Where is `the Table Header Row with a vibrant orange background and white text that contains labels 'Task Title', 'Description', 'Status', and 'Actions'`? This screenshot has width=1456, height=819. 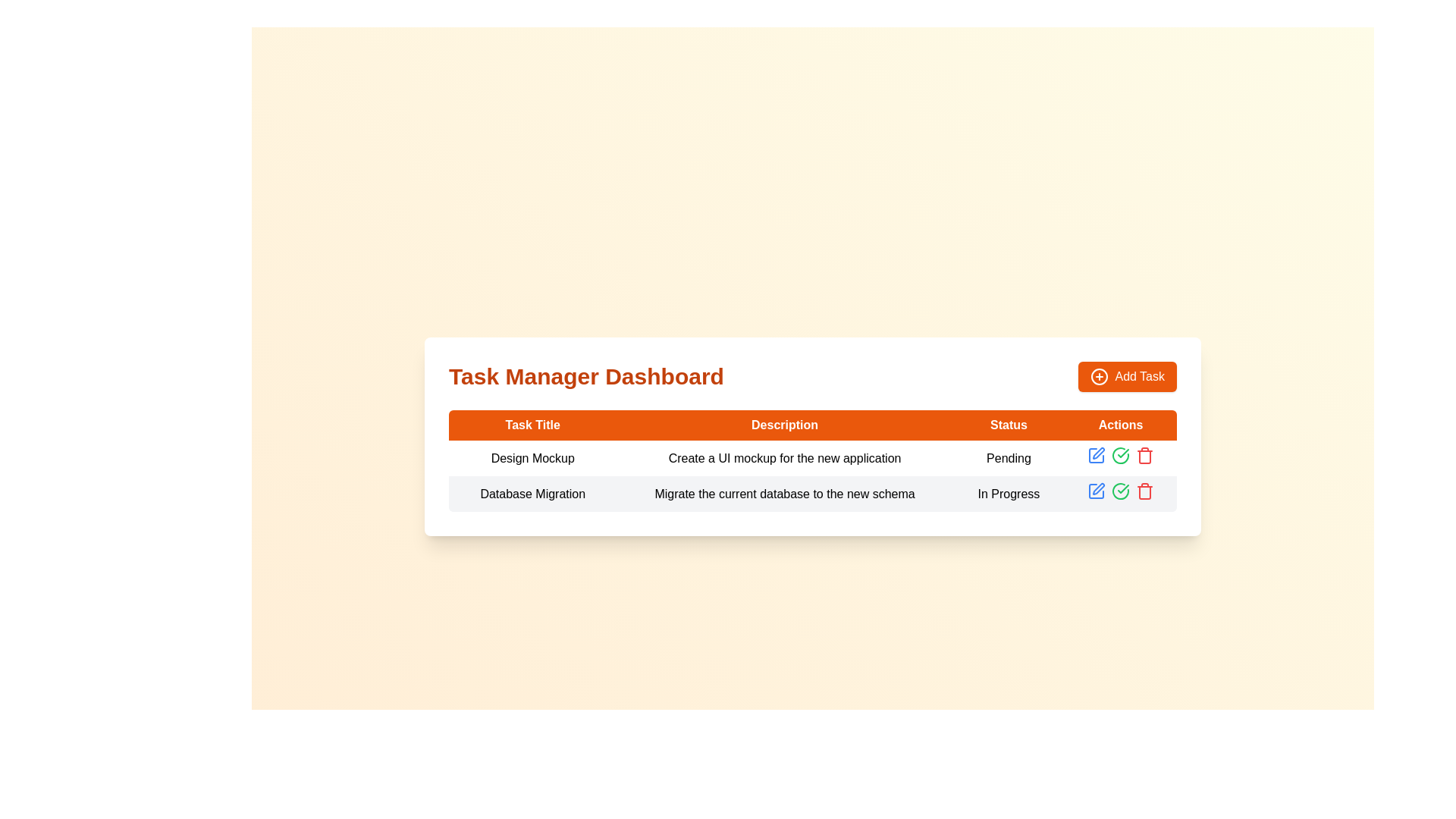 the Table Header Row with a vibrant orange background and white text that contains labels 'Task Title', 'Description', 'Status', and 'Actions' is located at coordinates (811, 425).